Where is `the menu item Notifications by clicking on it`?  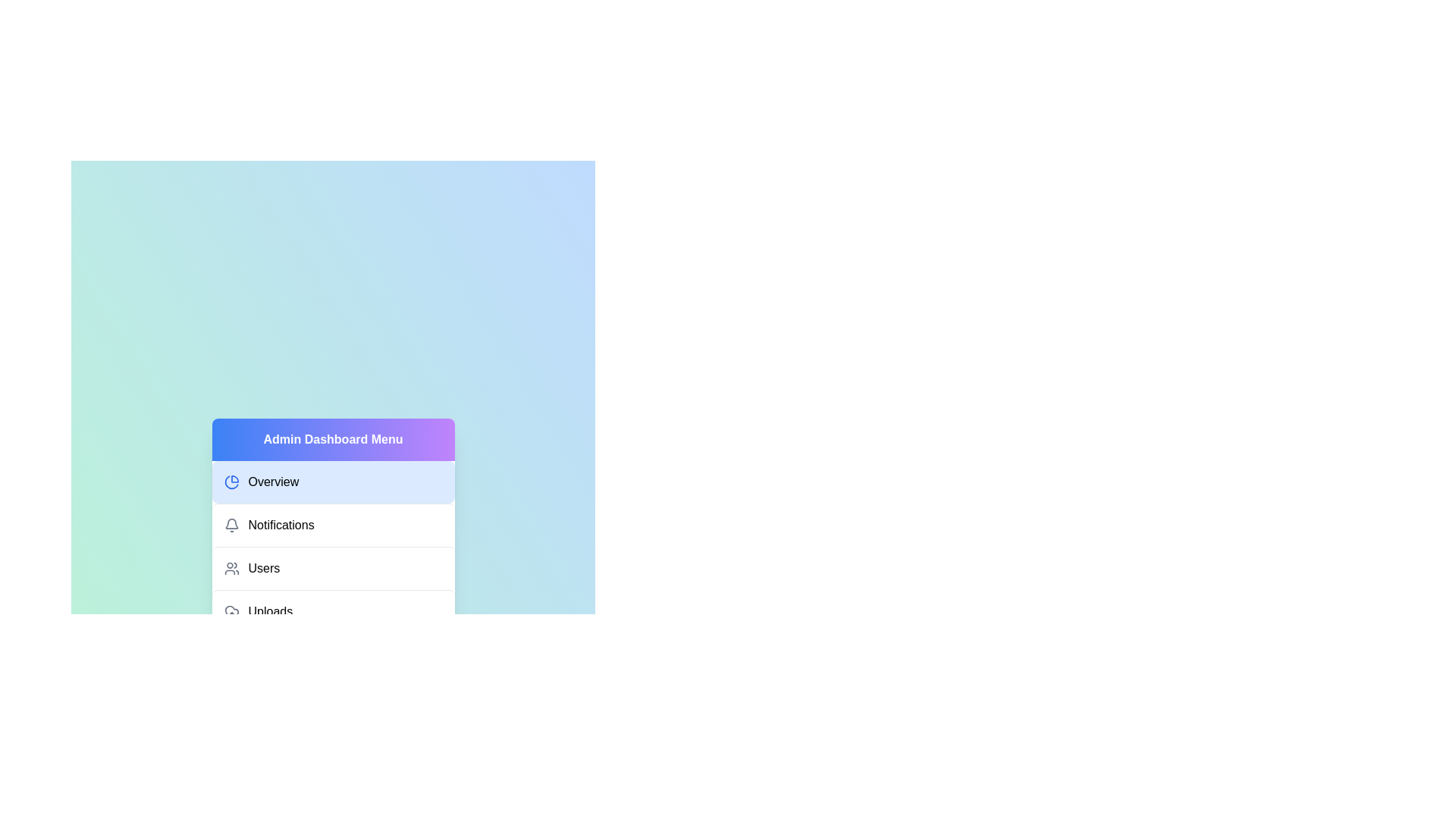
the menu item Notifications by clicking on it is located at coordinates (332, 524).